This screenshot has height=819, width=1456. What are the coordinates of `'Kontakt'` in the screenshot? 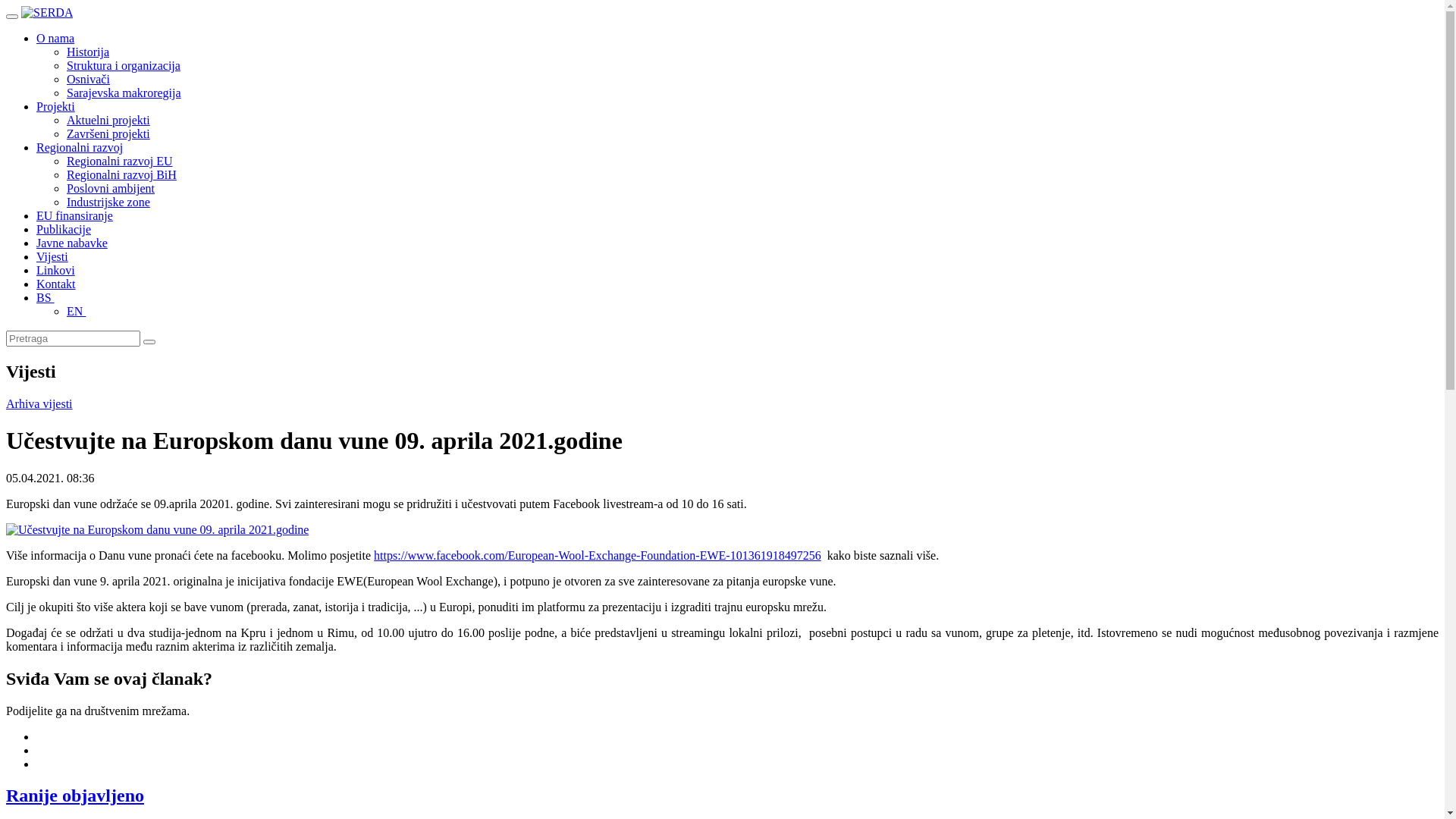 It's located at (55, 284).